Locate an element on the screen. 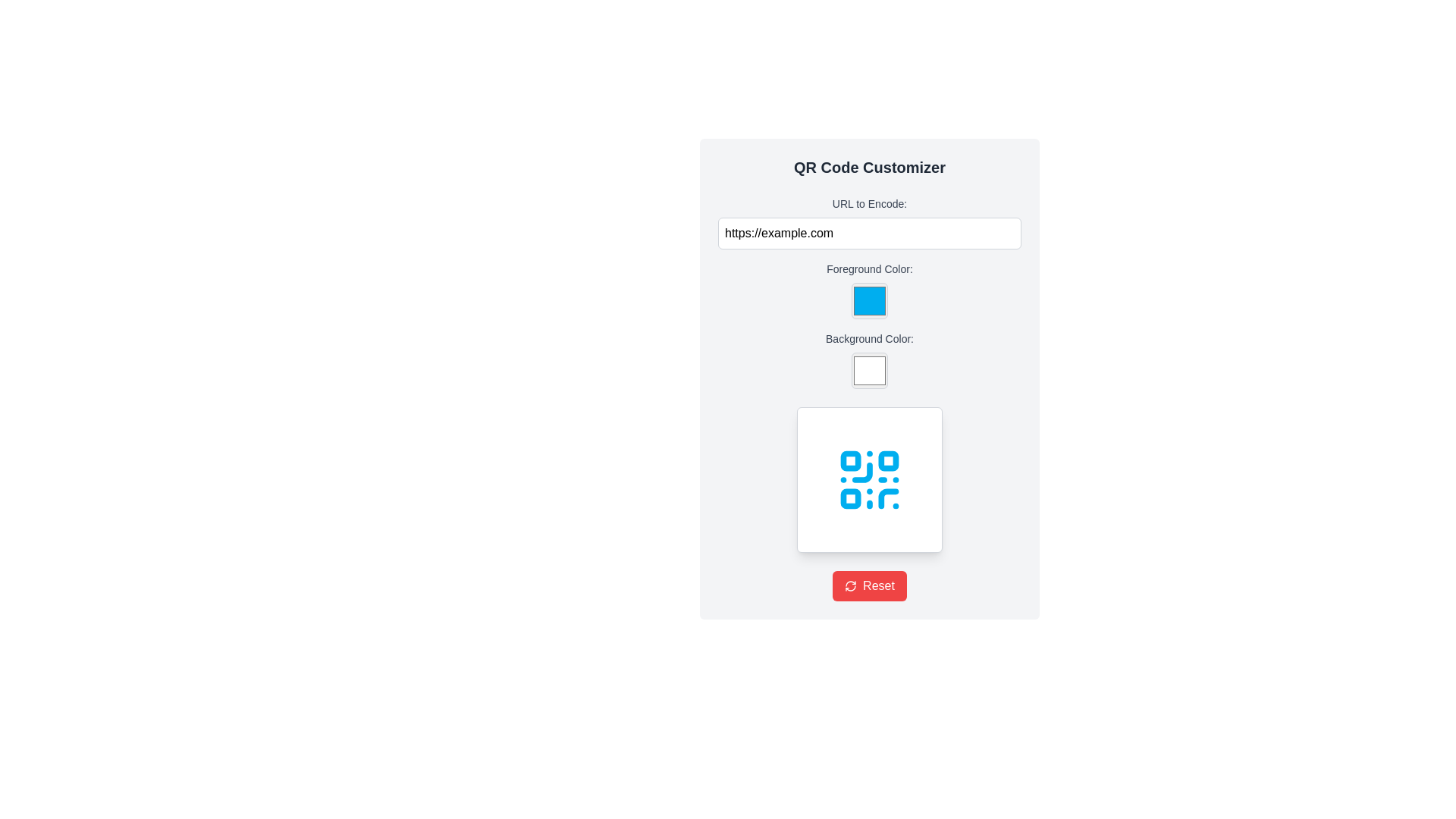 Image resolution: width=1456 pixels, height=819 pixels. the refresh icon located to the left of the 'Reset' button at the bottom of the interface is located at coordinates (851, 585).